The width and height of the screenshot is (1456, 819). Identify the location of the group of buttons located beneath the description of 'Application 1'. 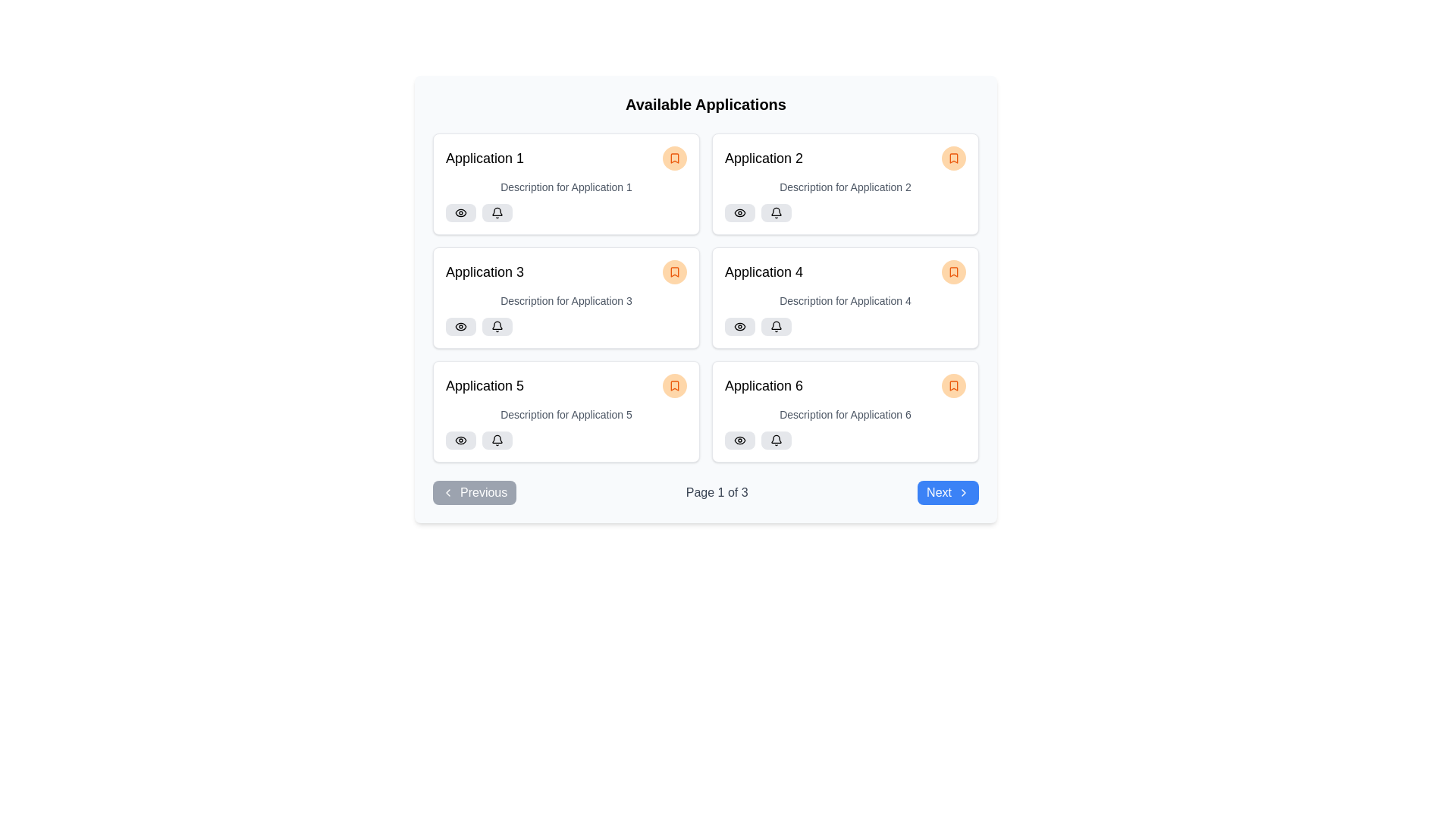
(566, 213).